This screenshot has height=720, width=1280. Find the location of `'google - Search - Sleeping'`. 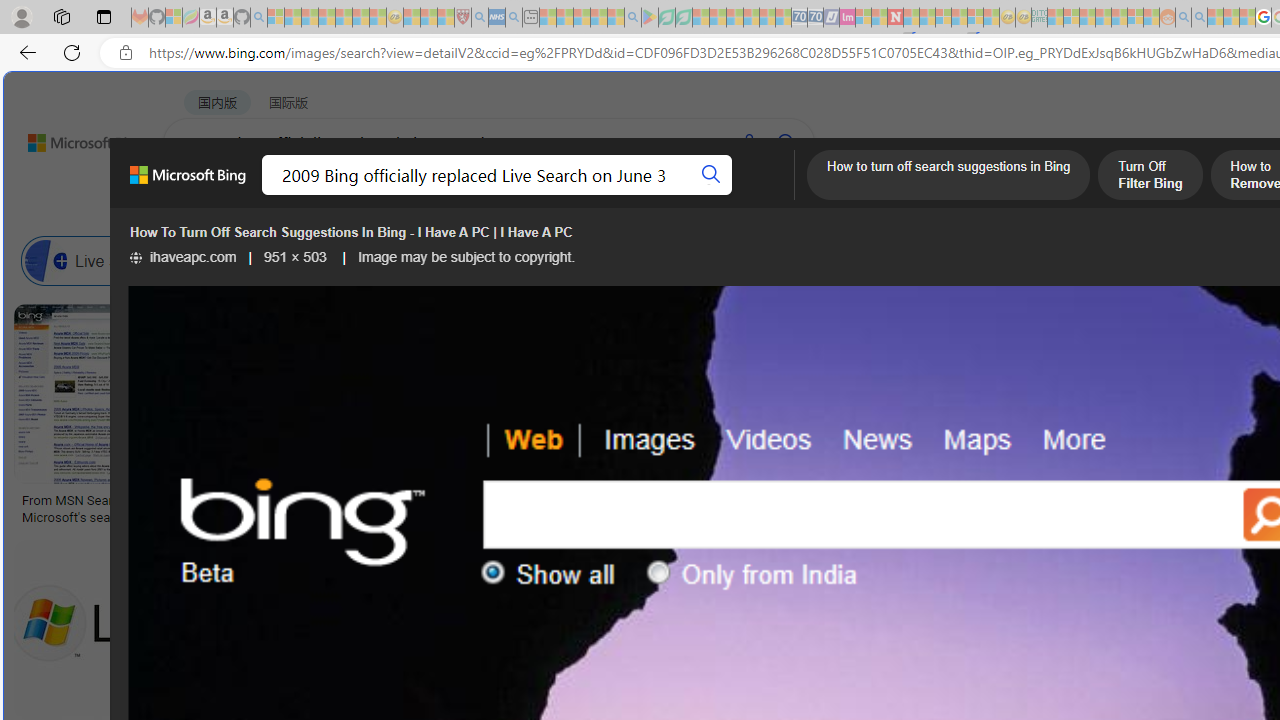

'google - Search - Sleeping' is located at coordinates (631, 17).